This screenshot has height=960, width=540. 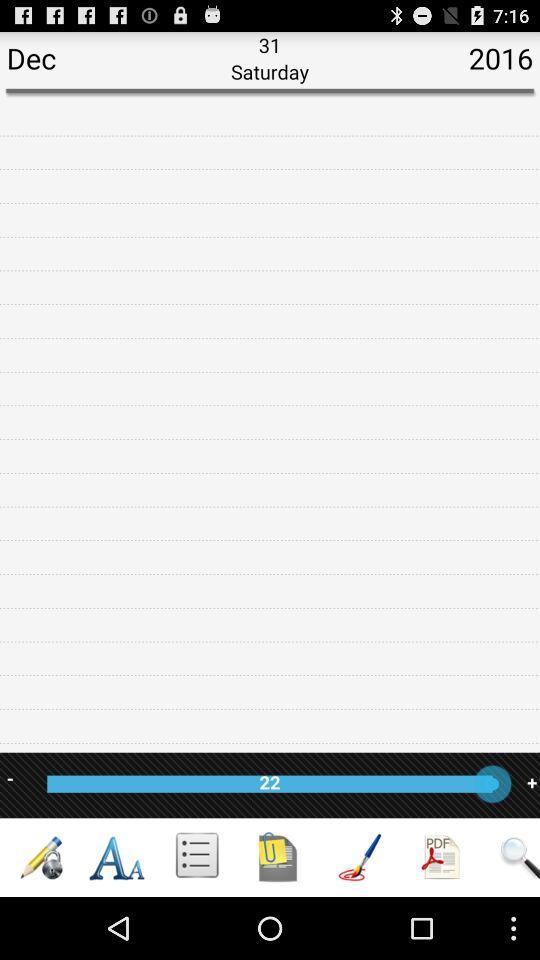 What do you see at coordinates (116, 917) in the screenshot?
I see `the font icon` at bounding box center [116, 917].